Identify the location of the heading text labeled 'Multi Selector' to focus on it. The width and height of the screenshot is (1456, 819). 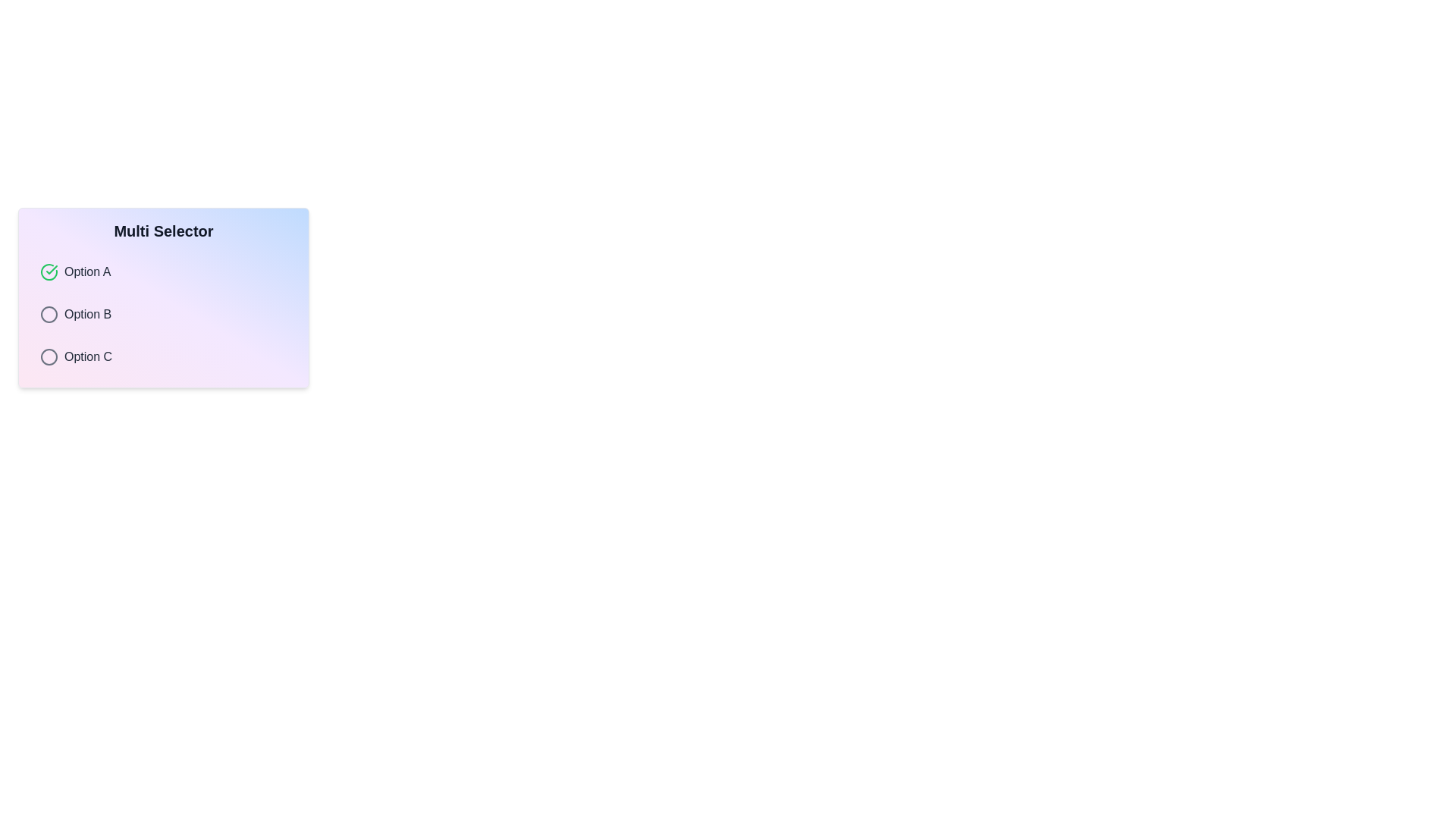
(164, 231).